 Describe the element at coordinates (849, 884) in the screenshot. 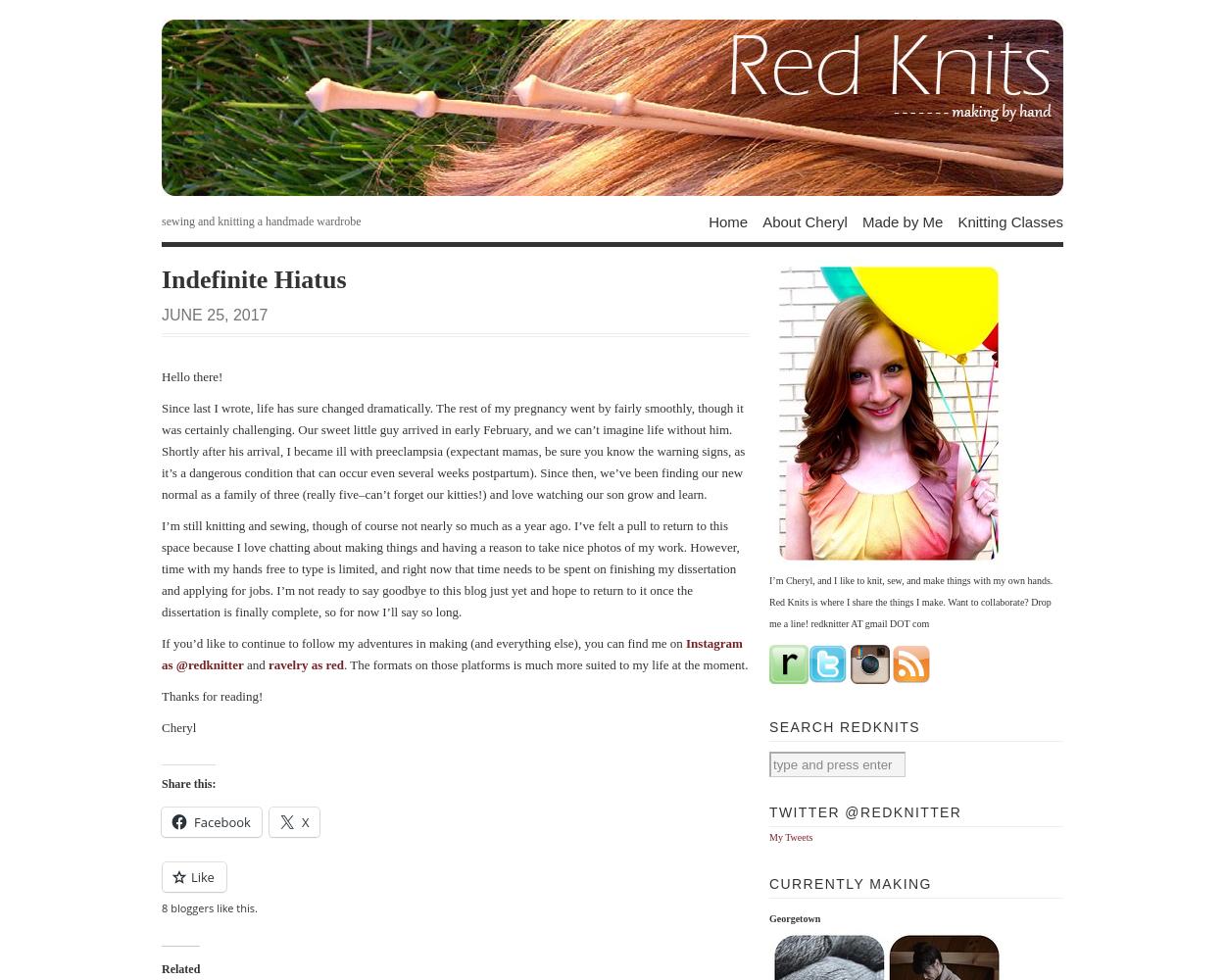

I see `'Currently Making'` at that location.